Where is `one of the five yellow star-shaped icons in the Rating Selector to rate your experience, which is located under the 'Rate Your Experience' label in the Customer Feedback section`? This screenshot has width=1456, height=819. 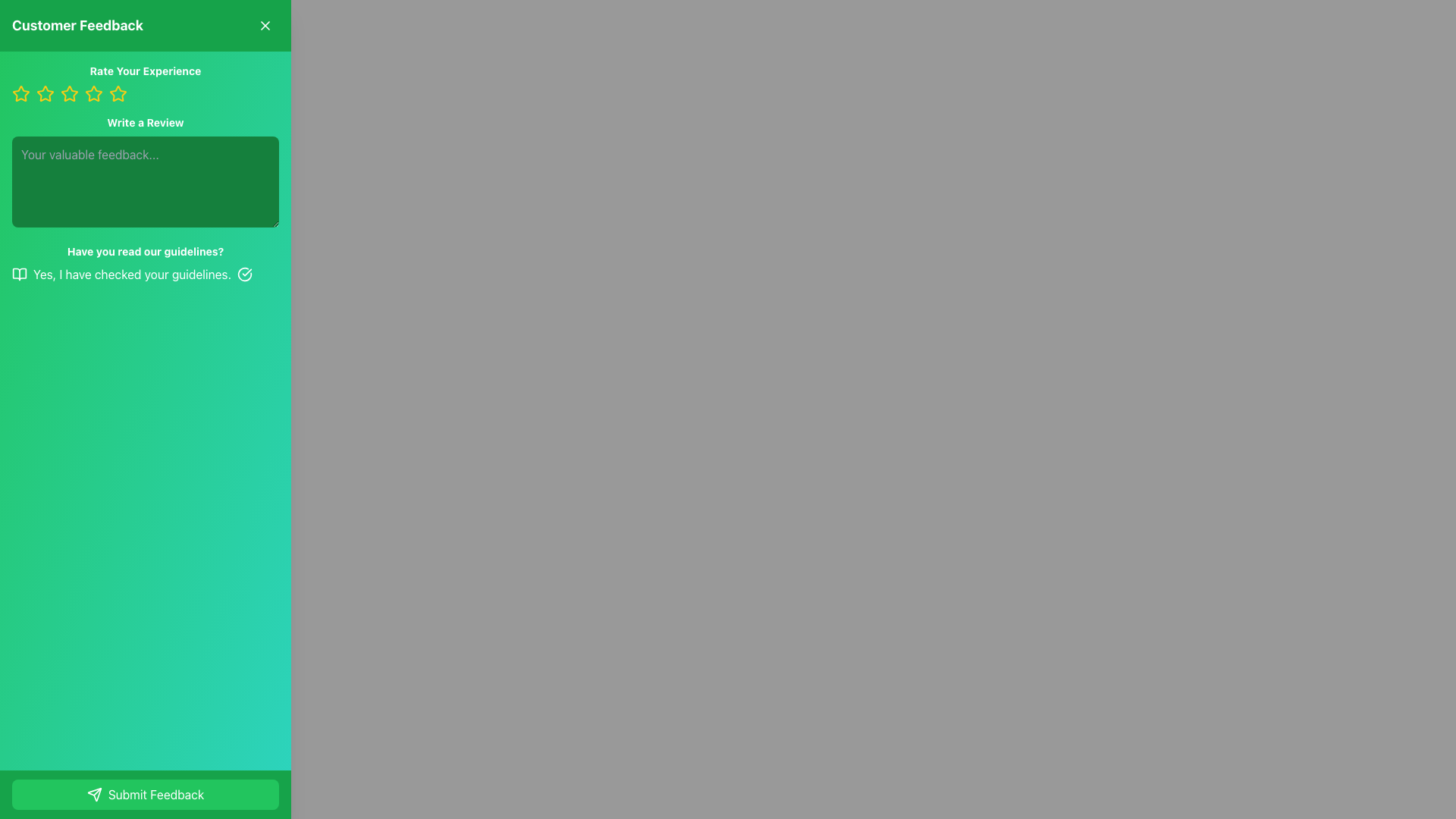 one of the five yellow star-shaped icons in the Rating Selector to rate your experience, which is located under the 'Rate Your Experience' label in the Customer Feedback section is located at coordinates (146, 83).